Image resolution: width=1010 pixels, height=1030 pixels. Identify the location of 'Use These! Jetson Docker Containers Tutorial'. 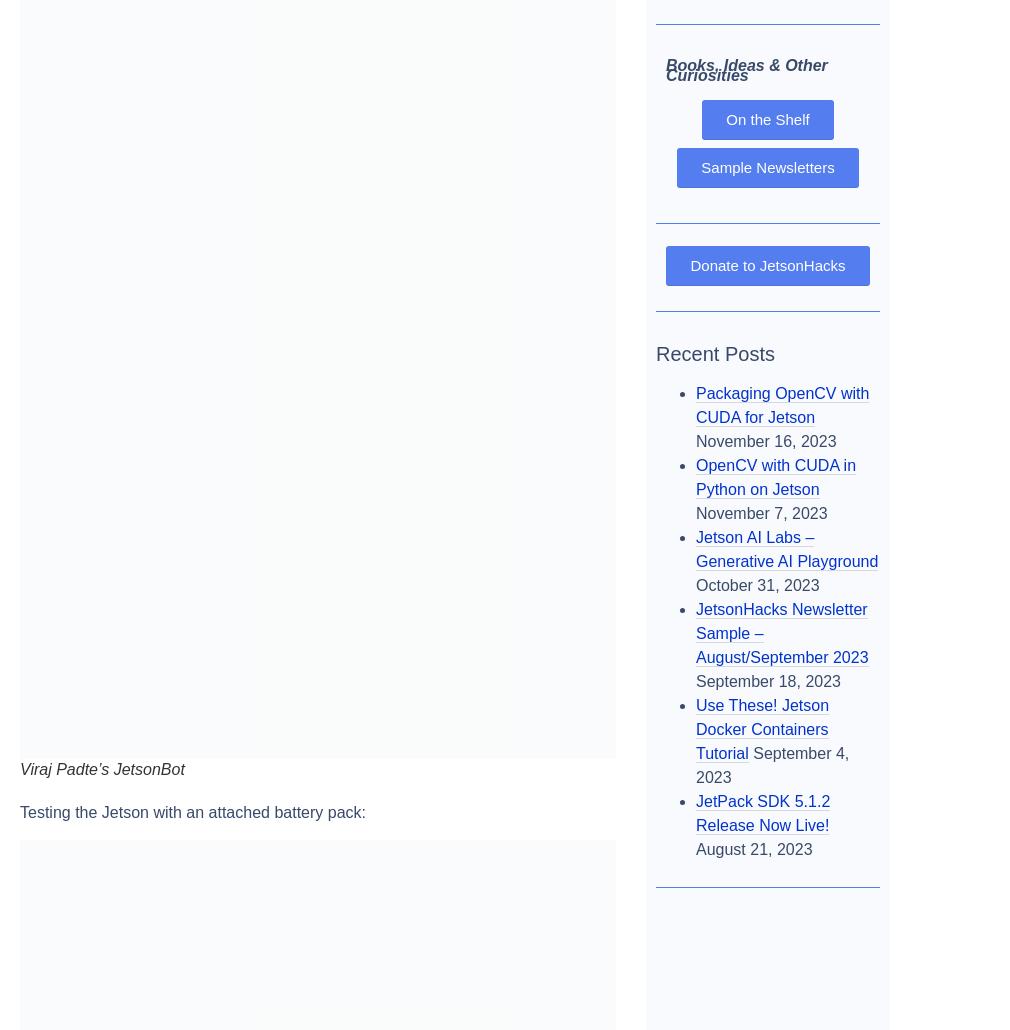
(694, 728).